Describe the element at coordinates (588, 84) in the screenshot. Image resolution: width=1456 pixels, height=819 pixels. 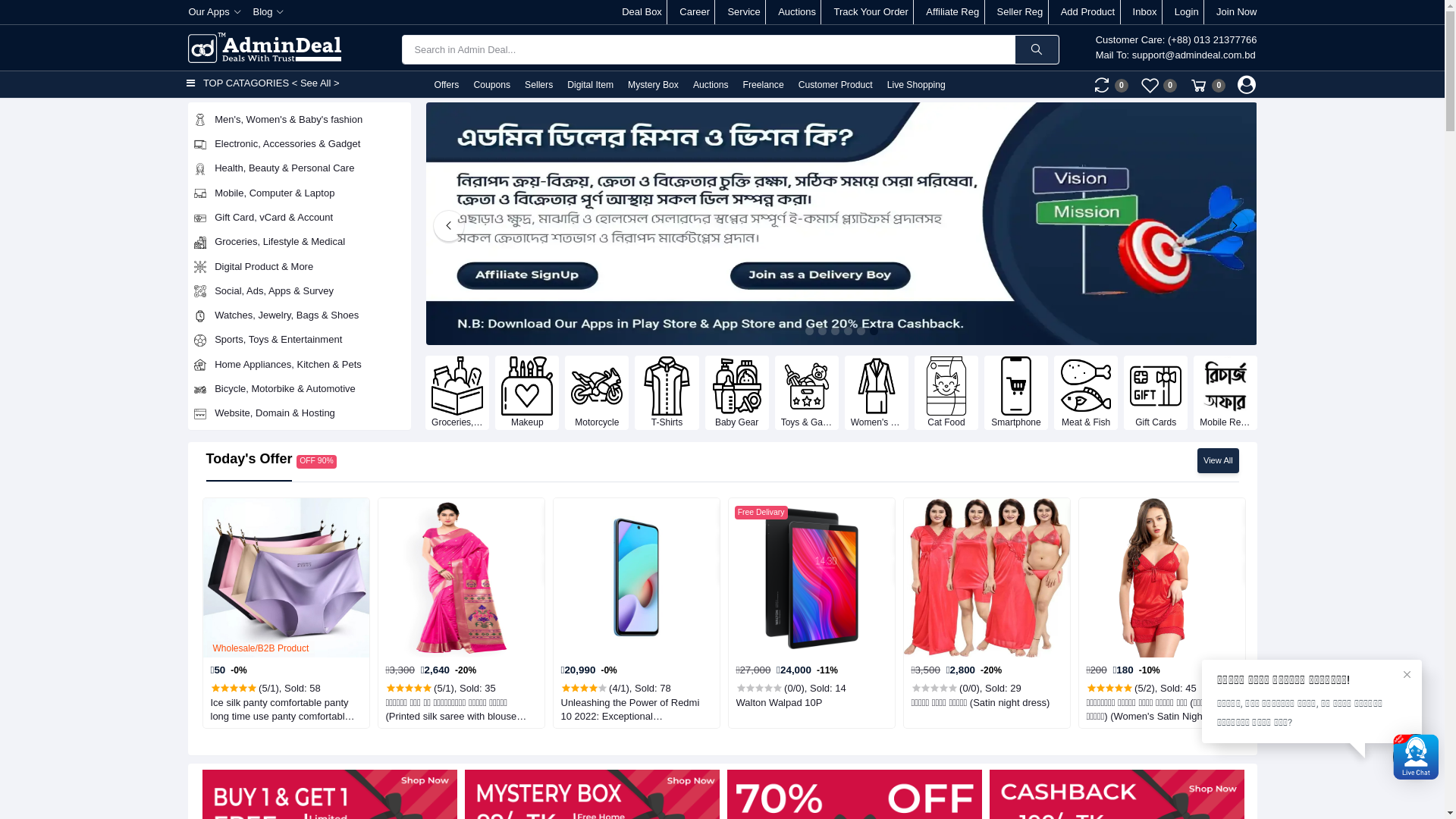
I see `'Digital Item'` at that location.